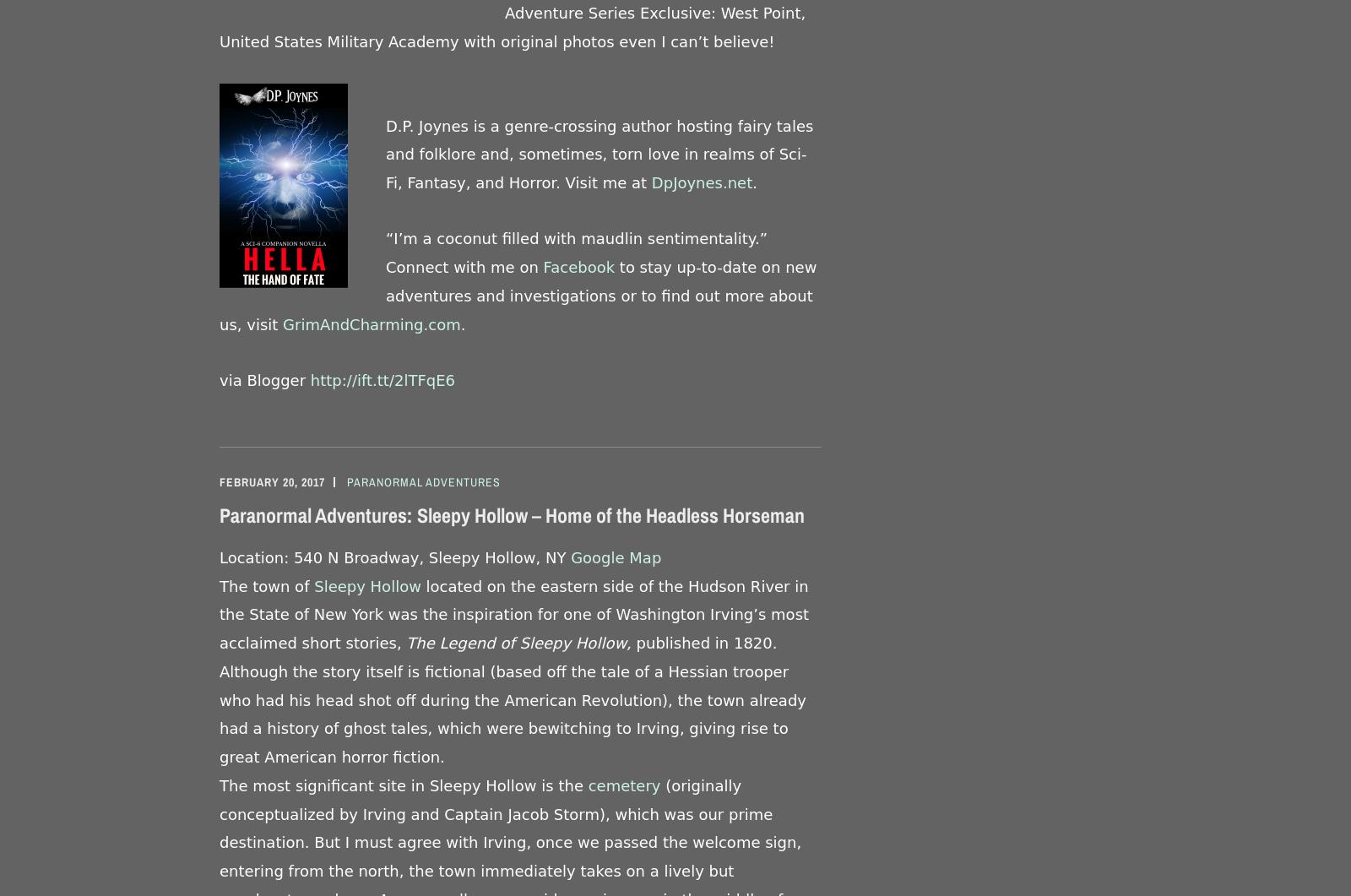  What do you see at coordinates (314, 584) in the screenshot?
I see `'Sleepy Hollow'` at bounding box center [314, 584].